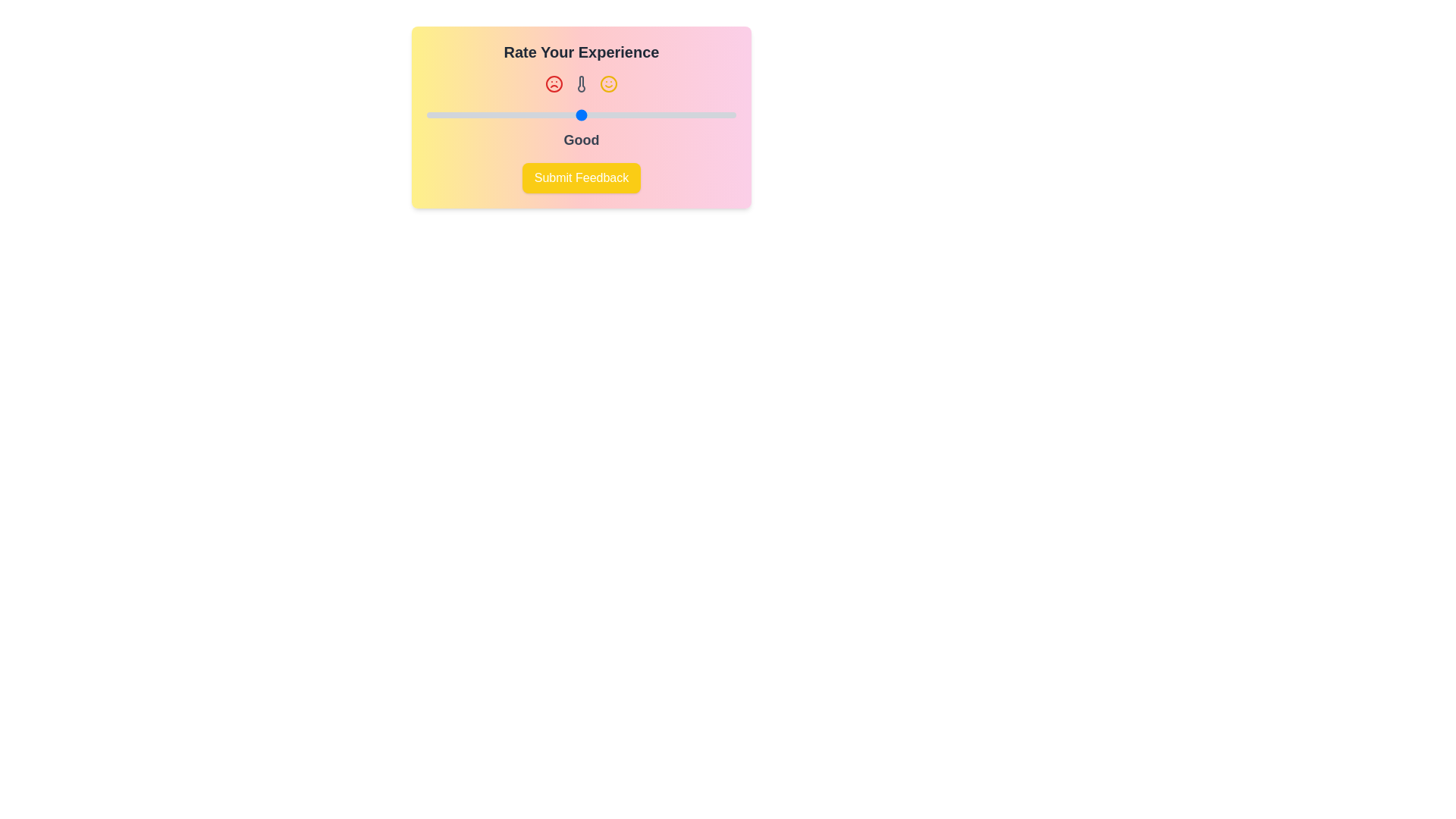  I want to click on the slider to set the rating to 3, so click(581, 114).